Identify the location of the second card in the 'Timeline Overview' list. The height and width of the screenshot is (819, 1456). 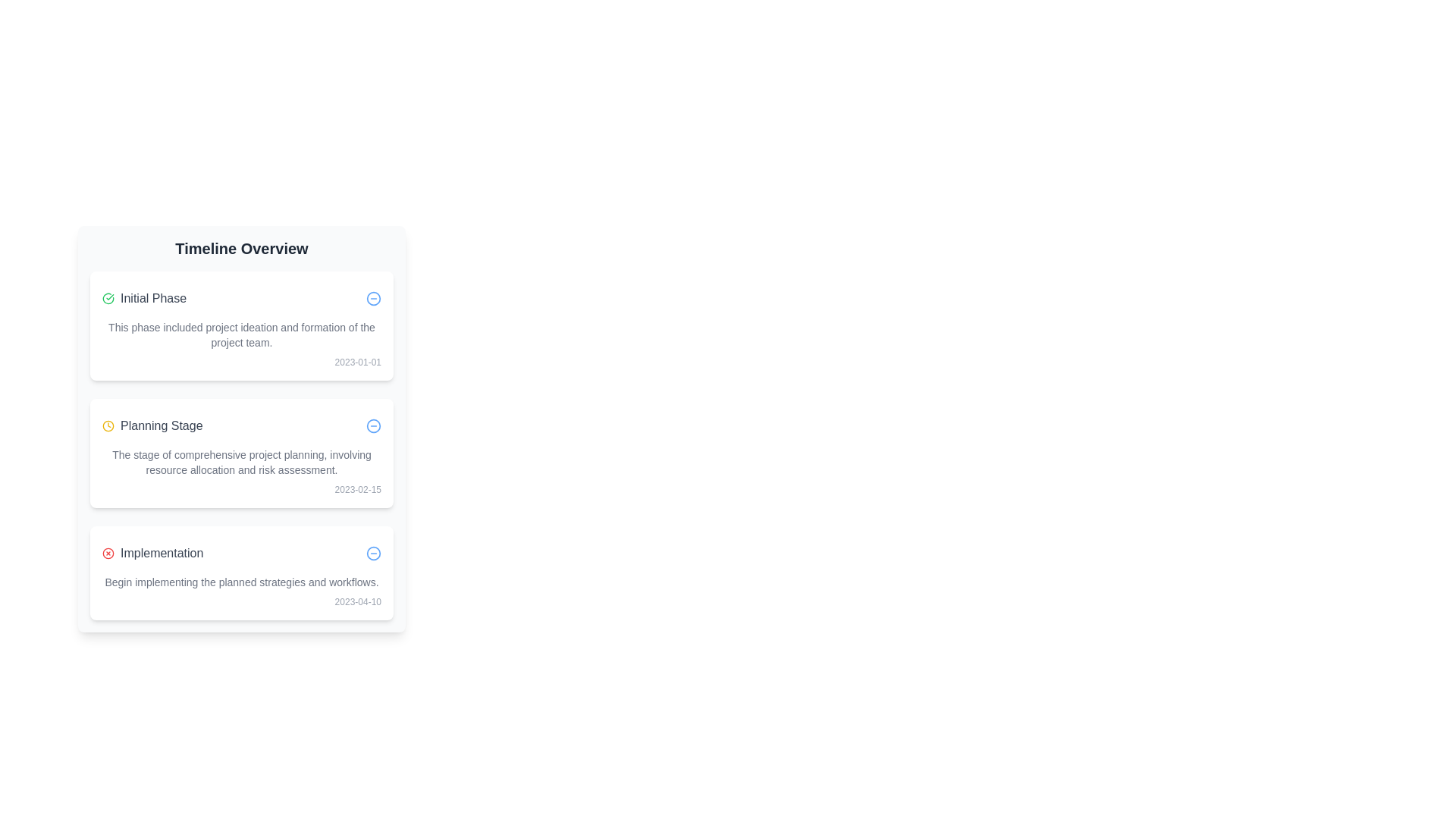
(240, 444).